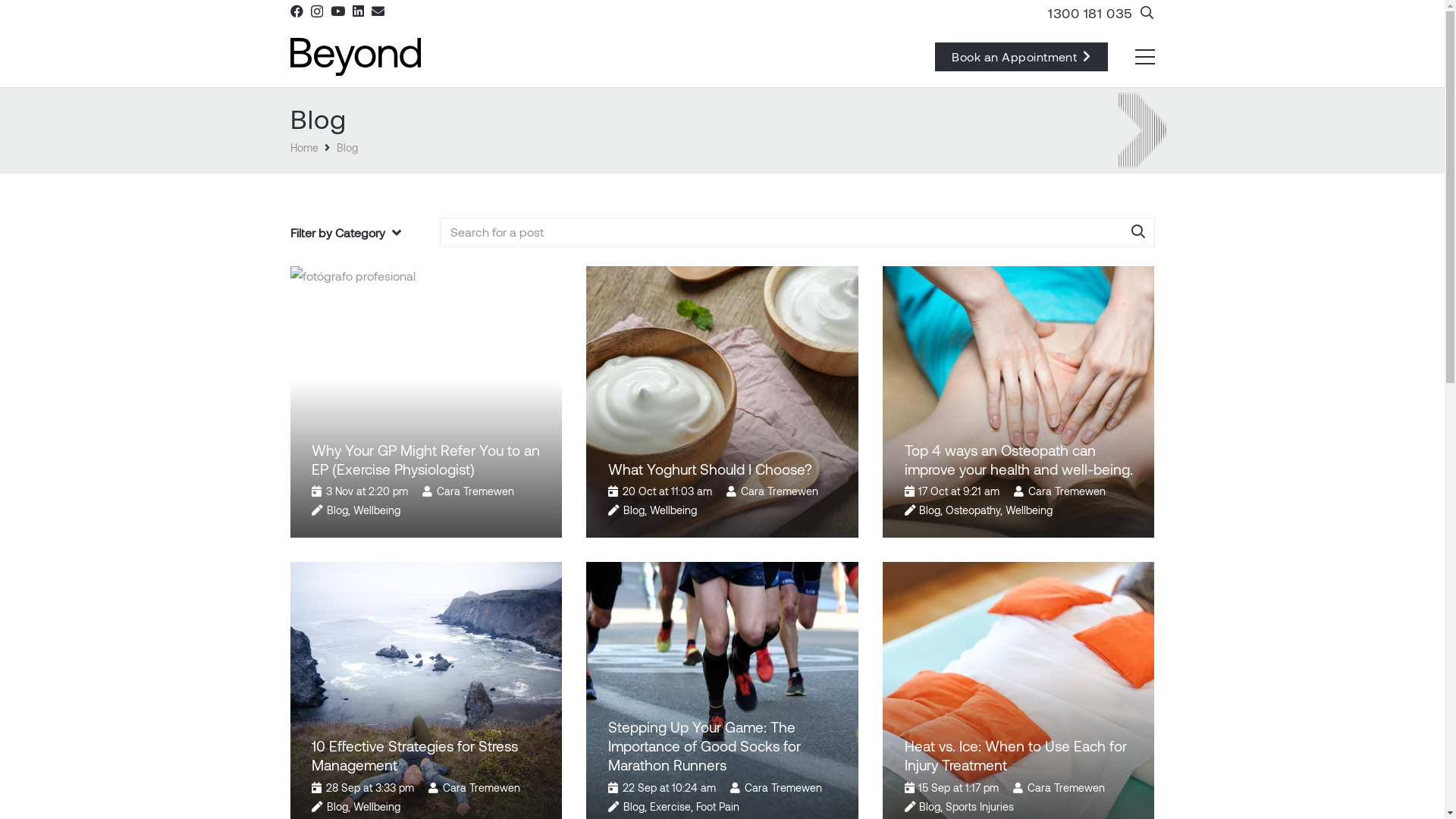 The height and width of the screenshot is (819, 1456). What do you see at coordinates (352, 805) in the screenshot?
I see `'Wellbeing'` at bounding box center [352, 805].